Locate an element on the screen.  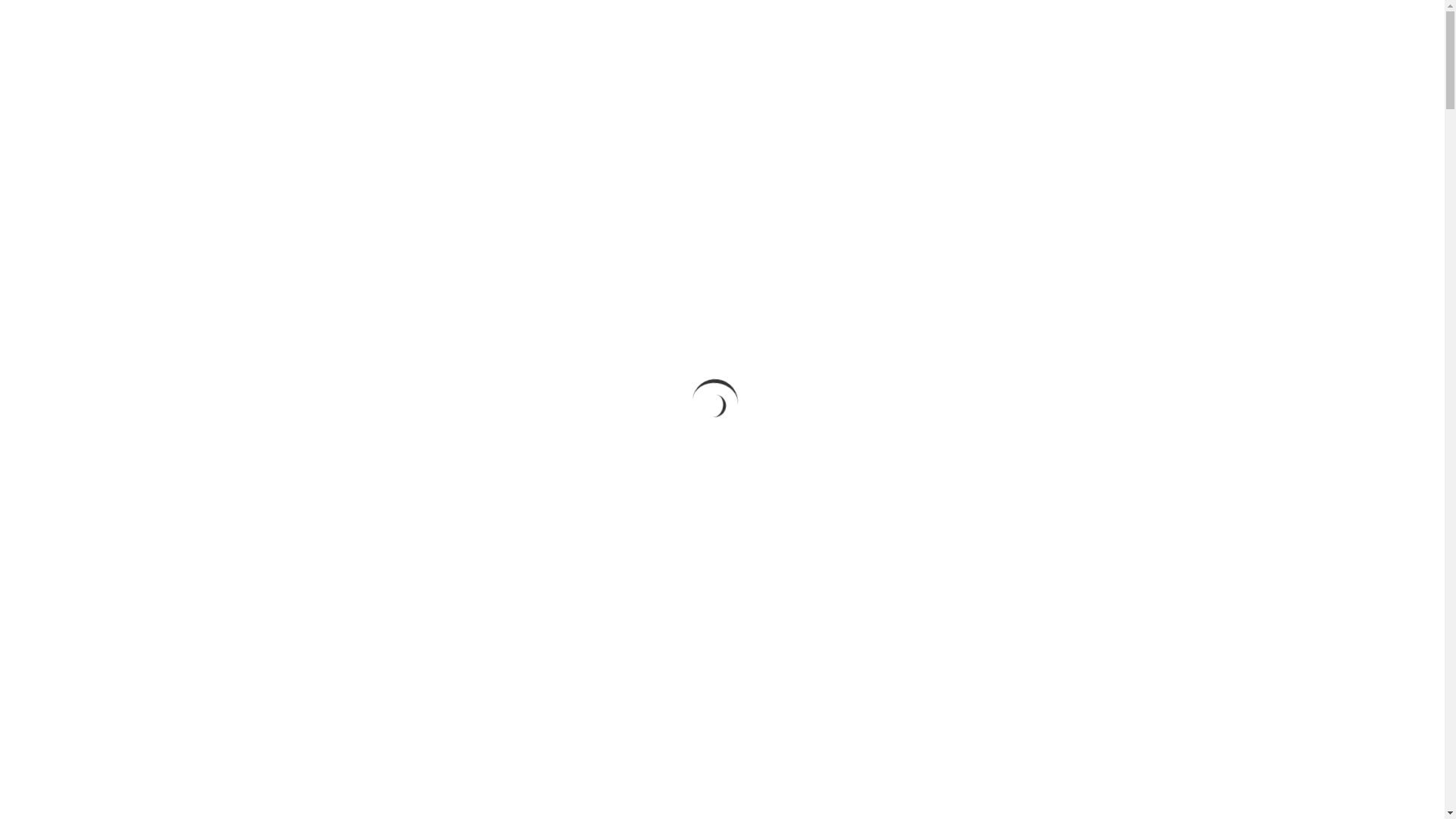
'READ MORE' is located at coordinates (721, 419).